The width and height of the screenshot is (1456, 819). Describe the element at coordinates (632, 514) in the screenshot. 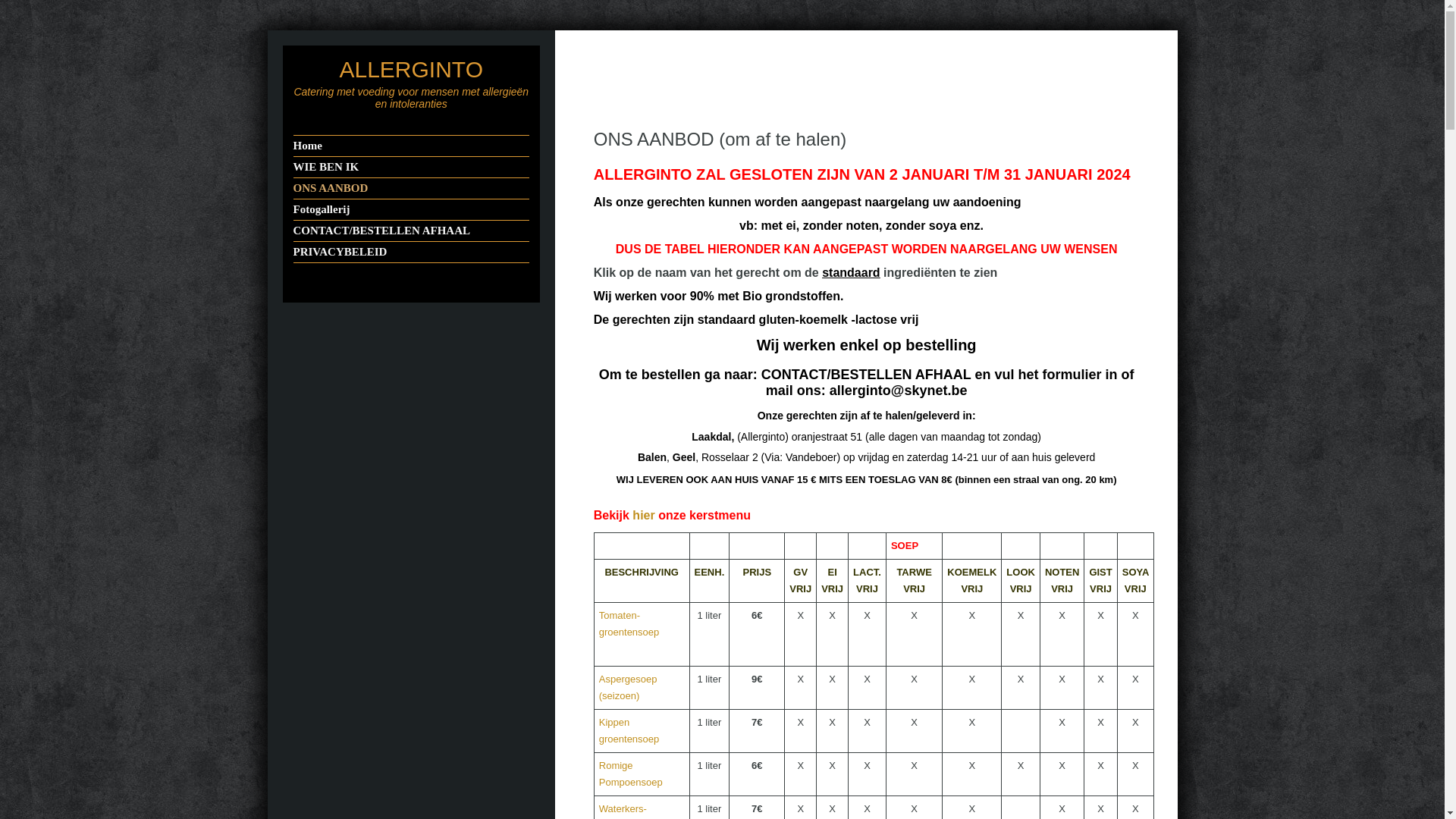

I see `'hier'` at that location.